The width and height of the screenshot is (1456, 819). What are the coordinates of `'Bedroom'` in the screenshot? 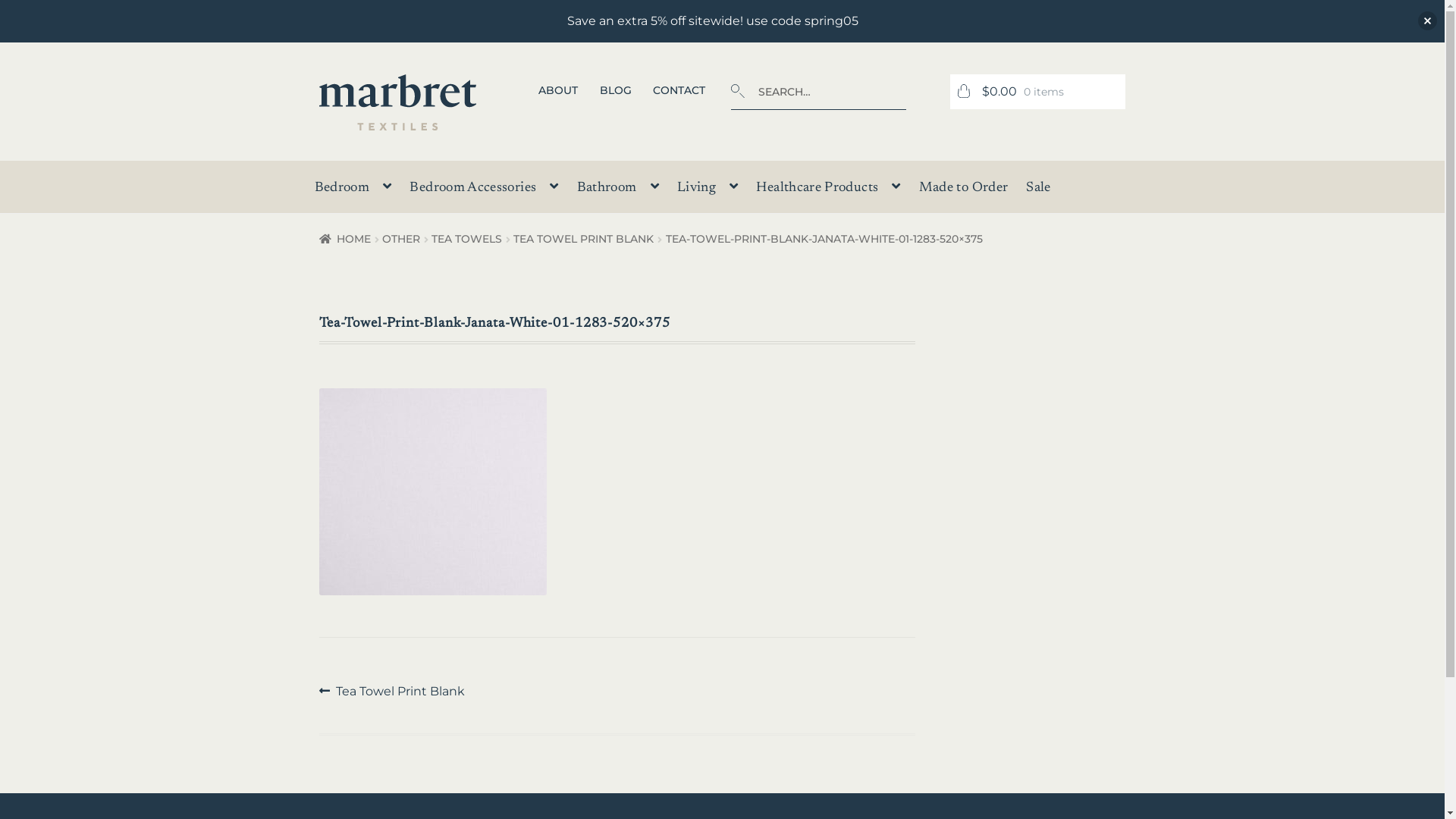 It's located at (352, 190).